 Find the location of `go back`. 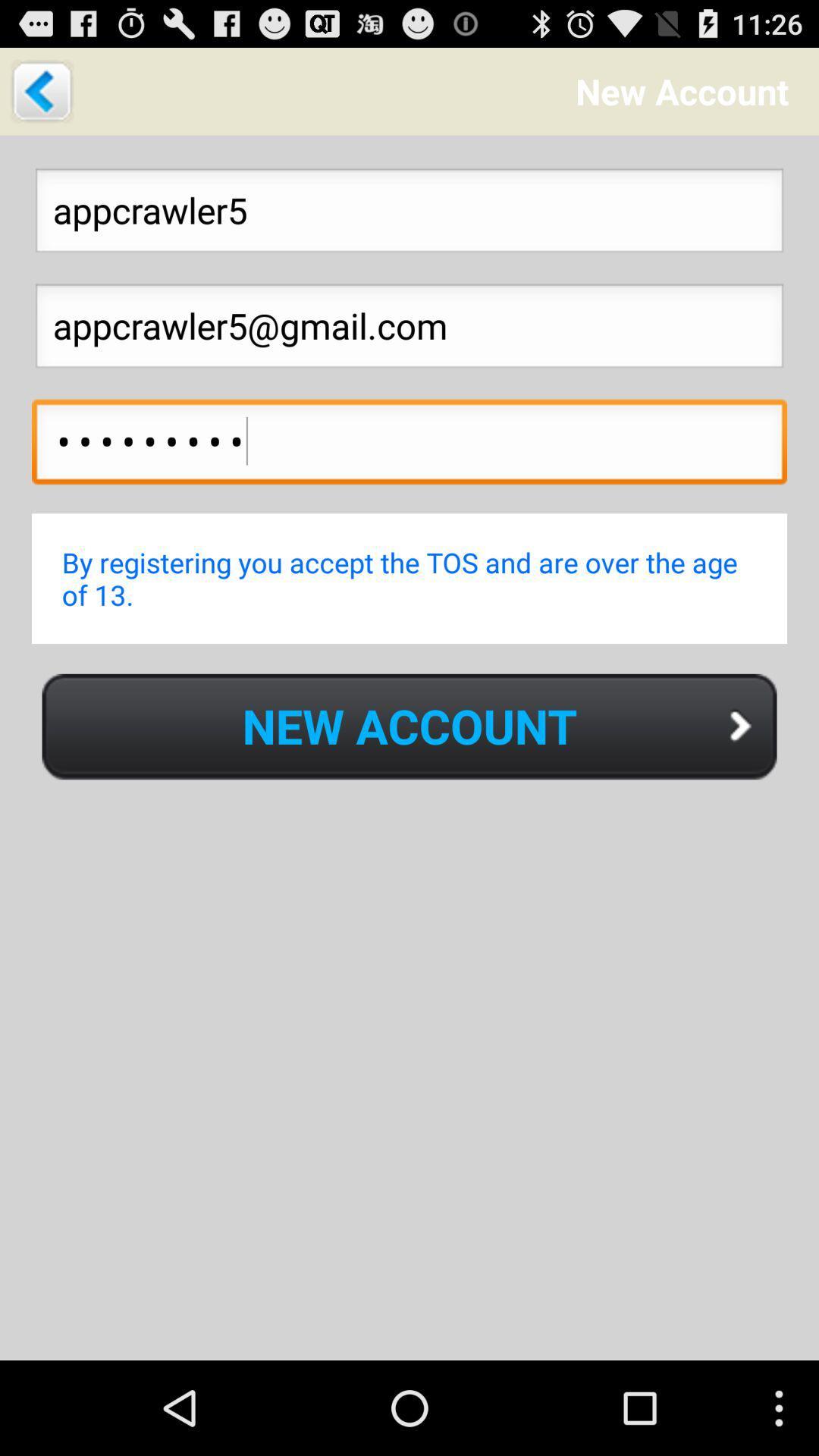

go back is located at coordinates (41, 90).